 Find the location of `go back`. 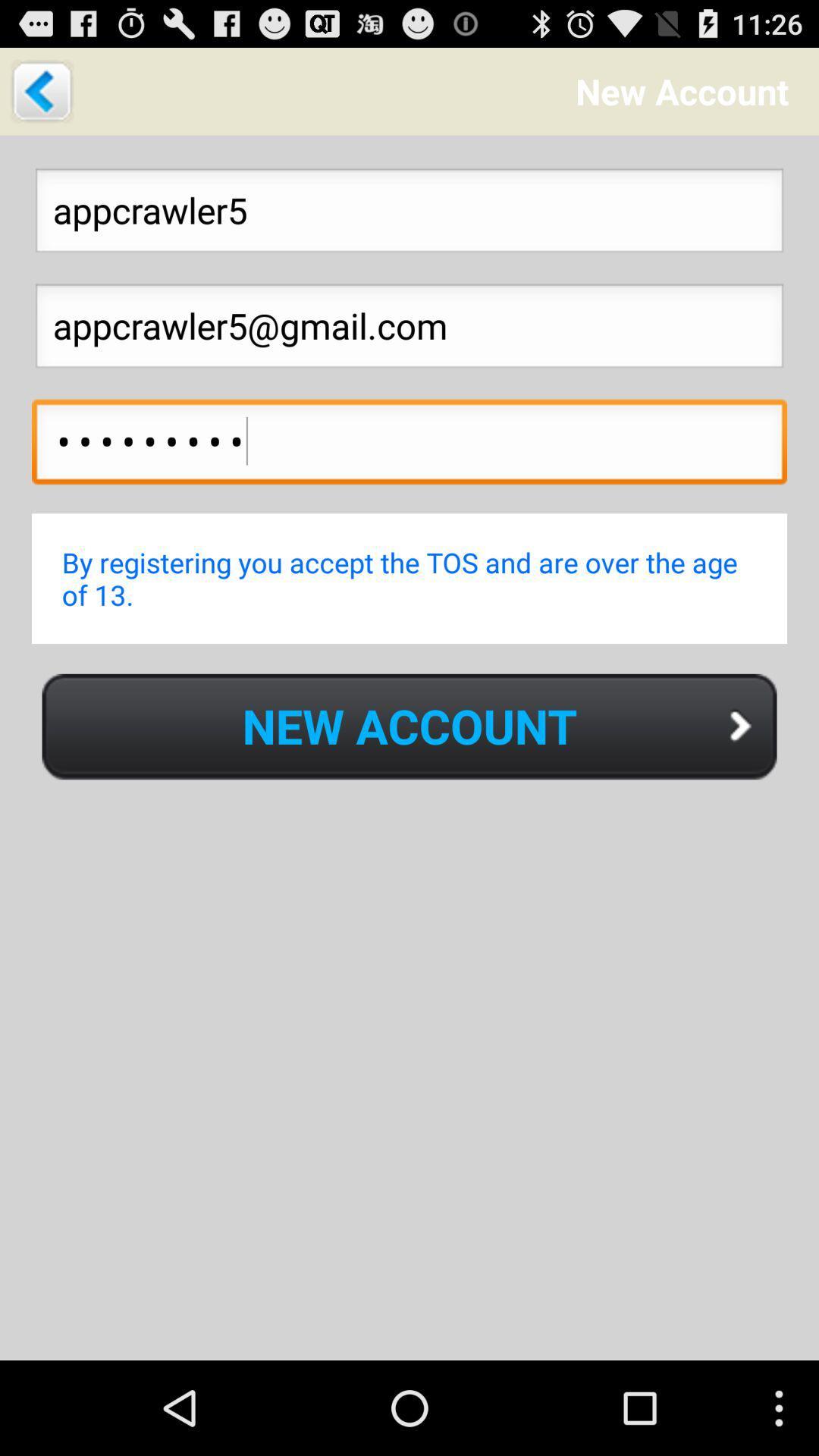

go back is located at coordinates (41, 90).